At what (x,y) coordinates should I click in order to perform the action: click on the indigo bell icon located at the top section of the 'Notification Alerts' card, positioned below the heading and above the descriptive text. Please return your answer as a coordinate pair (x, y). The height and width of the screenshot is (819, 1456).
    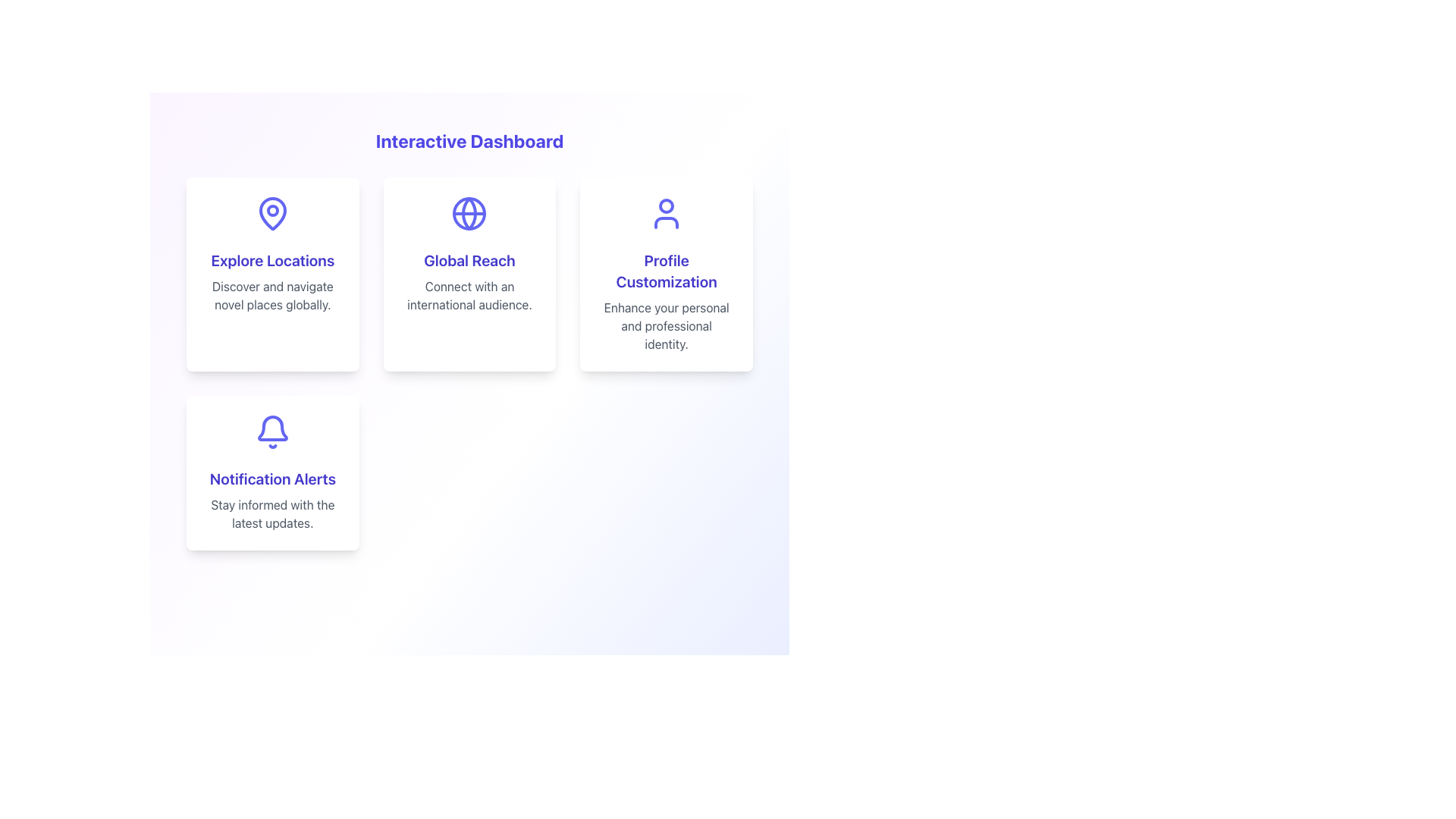
    Looking at the image, I should click on (272, 432).